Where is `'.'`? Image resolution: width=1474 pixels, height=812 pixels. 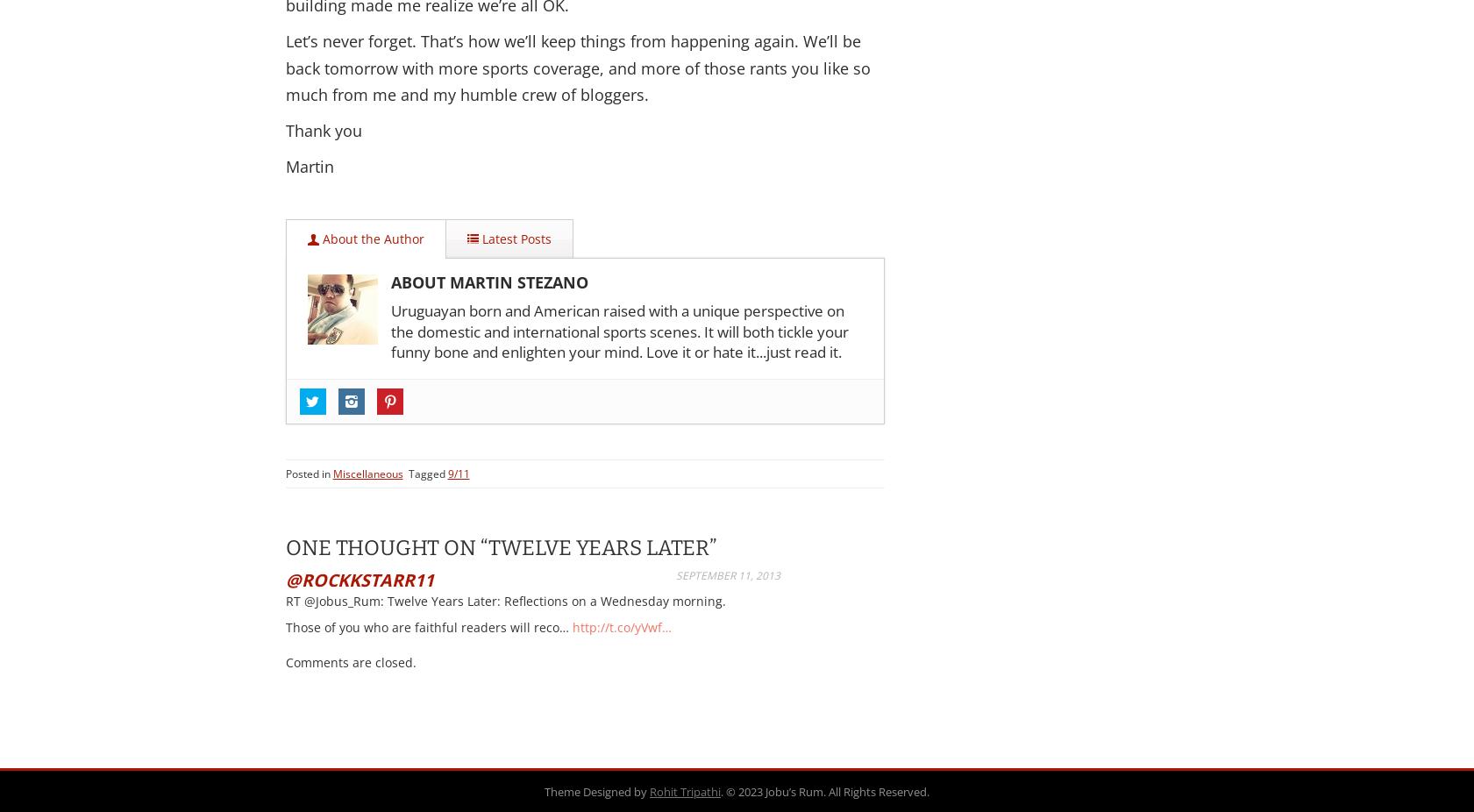 '.' is located at coordinates (723, 792).